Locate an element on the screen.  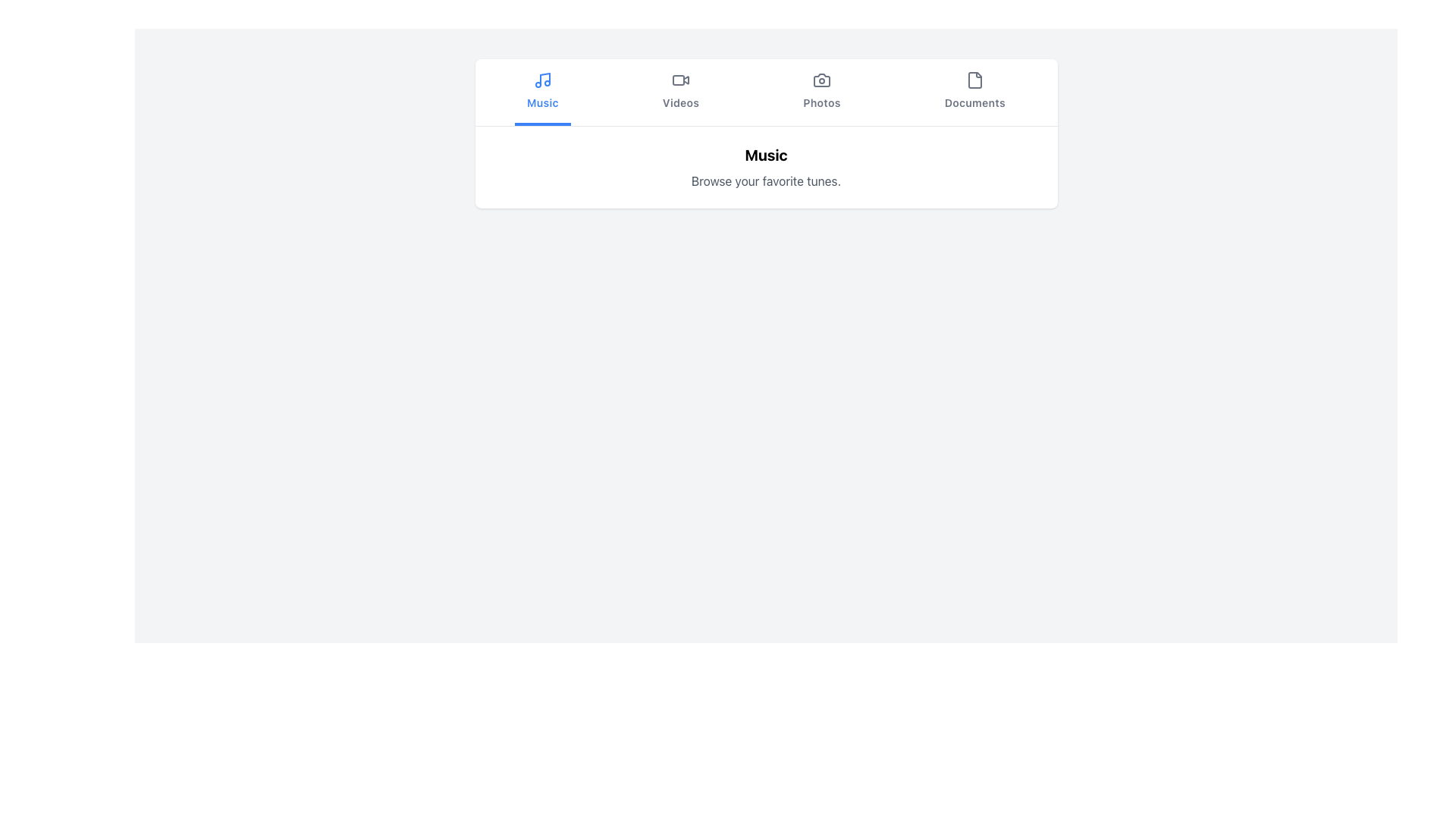
the 'Videos' tab option in the navigation bar is located at coordinates (679, 93).